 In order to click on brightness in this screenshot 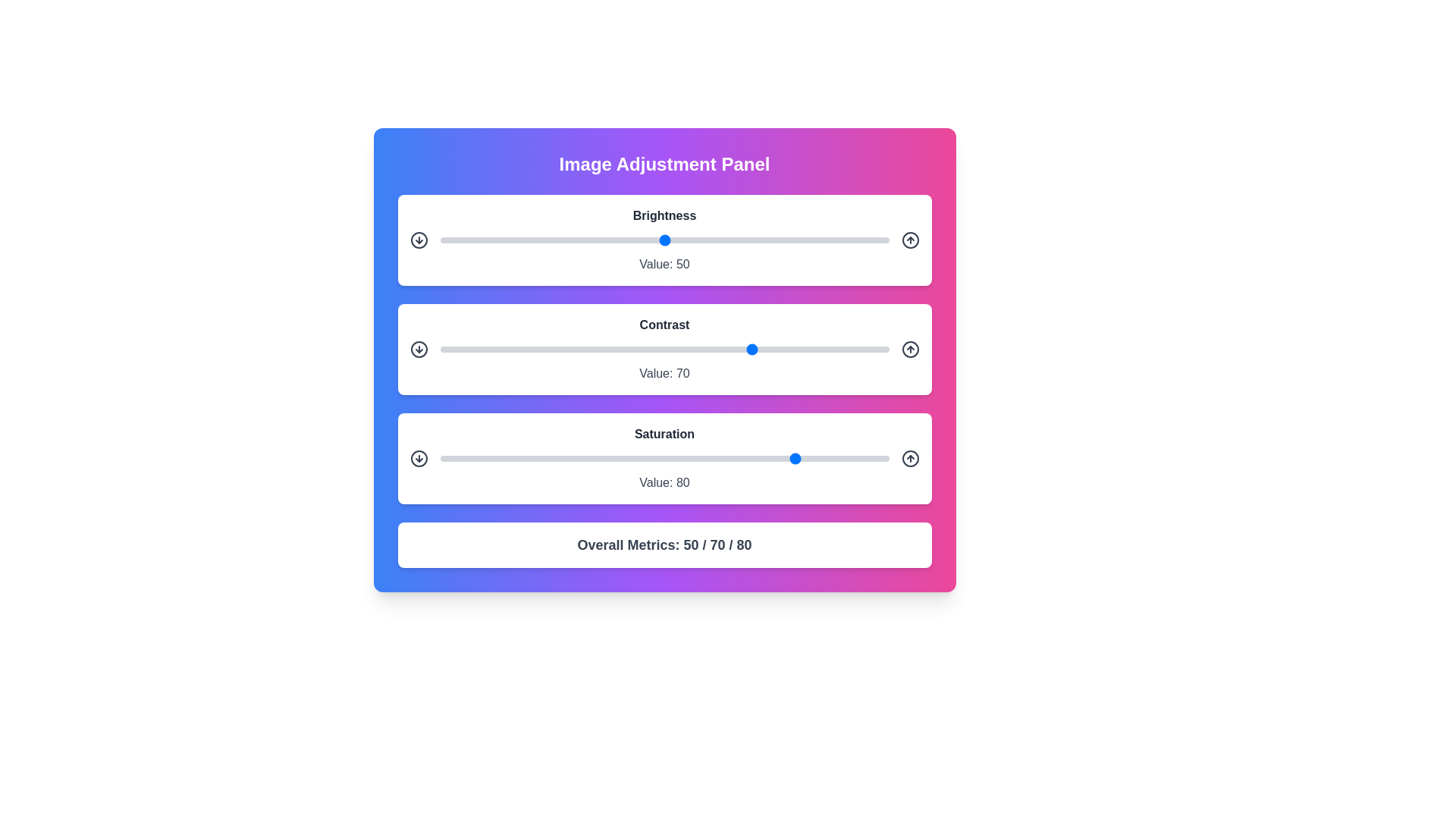, I will do `click(704, 239)`.